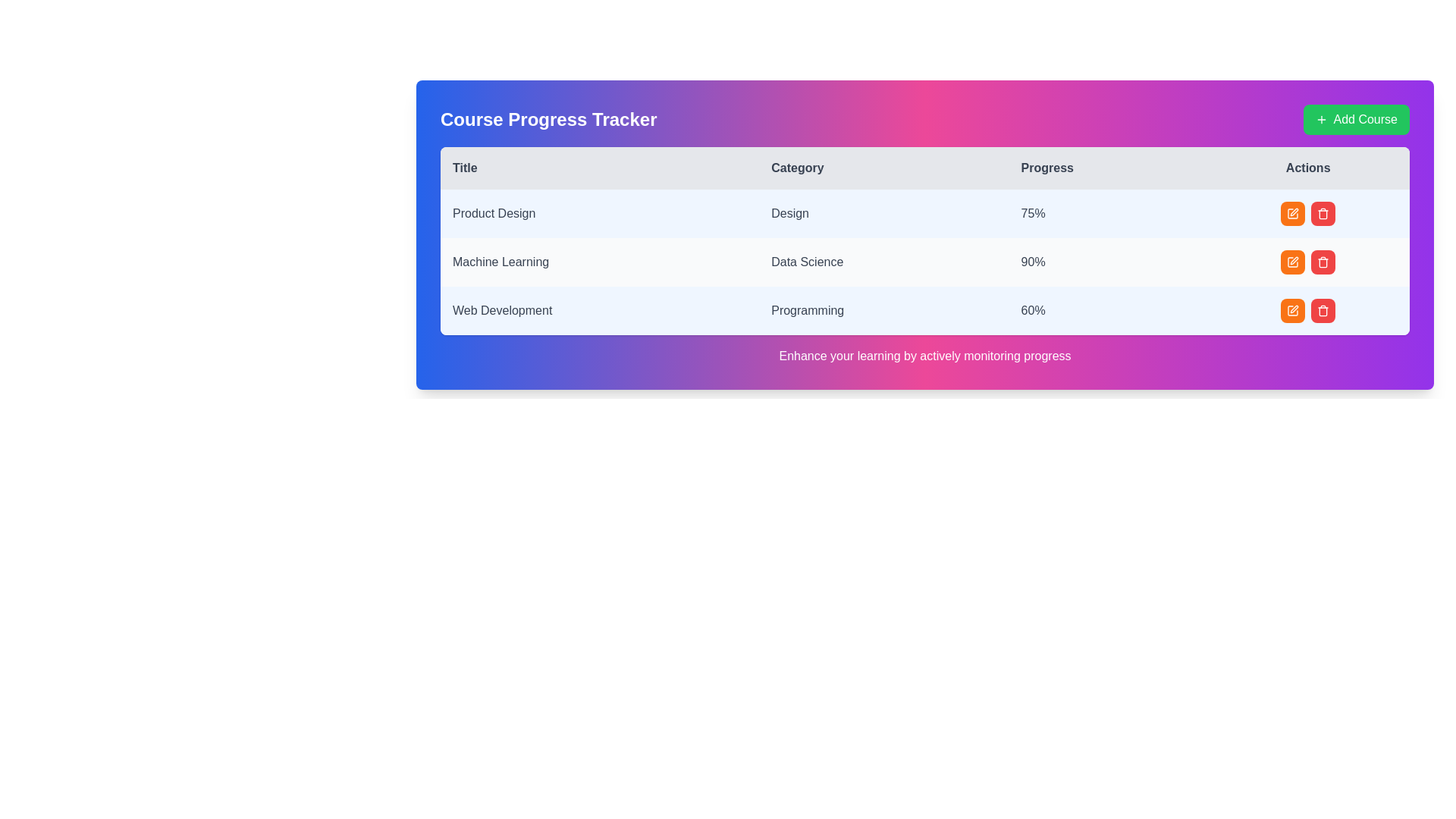 Image resolution: width=1456 pixels, height=819 pixels. What do you see at coordinates (1292, 309) in the screenshot?
I see `the edit button for the 'Web Development' course entry located in the 'Actions' column of the table` at bounding box center [1292, 309].